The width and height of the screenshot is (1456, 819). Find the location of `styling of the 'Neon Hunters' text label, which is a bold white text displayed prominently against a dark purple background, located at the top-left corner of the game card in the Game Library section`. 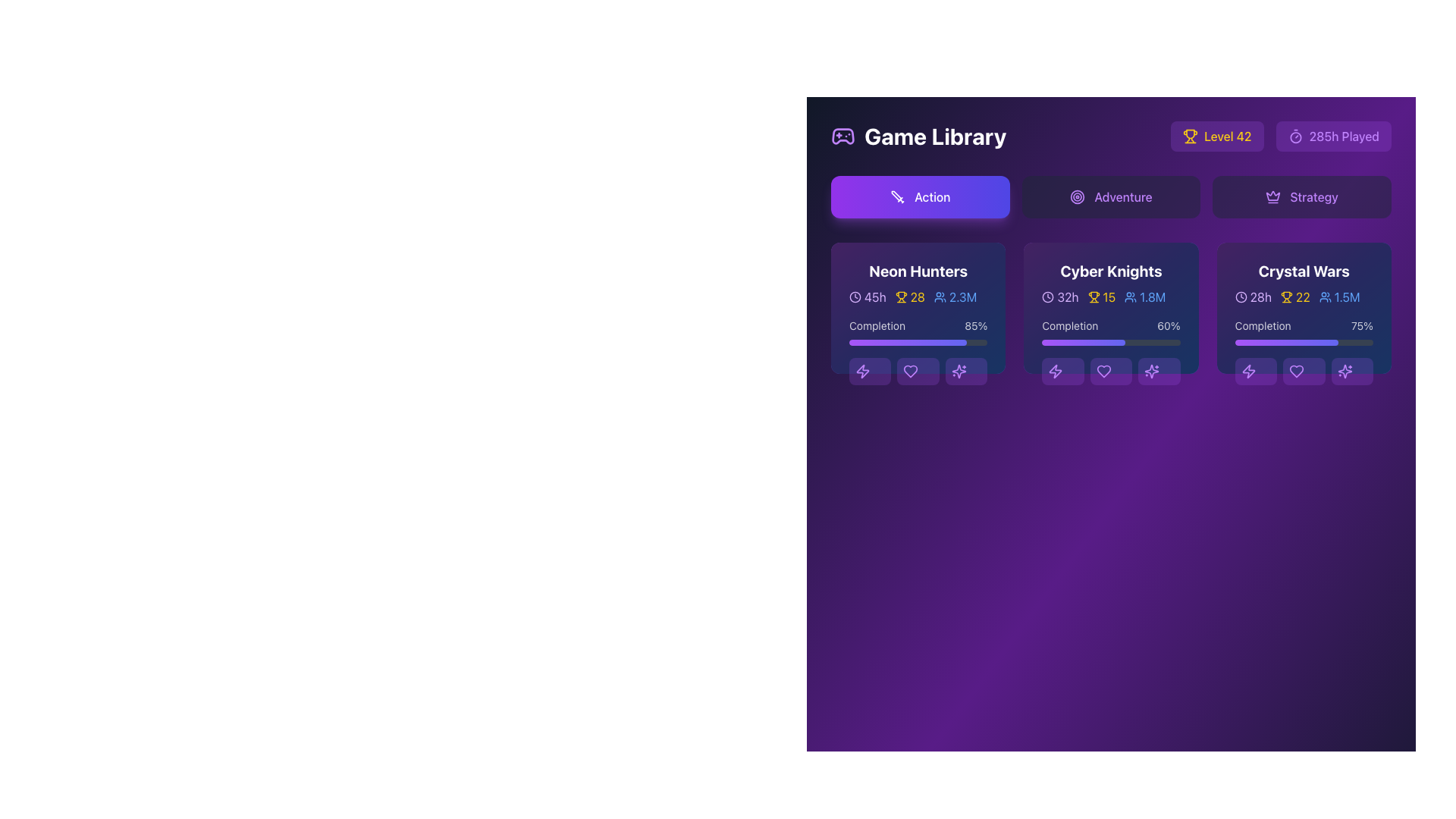

styling of the 'Neon Hunters' text label, which is a bold white text displayed prominently against a dark purple background, located at the top-left corner of the game card in the Game Library section is located at coordinates (918, 271).